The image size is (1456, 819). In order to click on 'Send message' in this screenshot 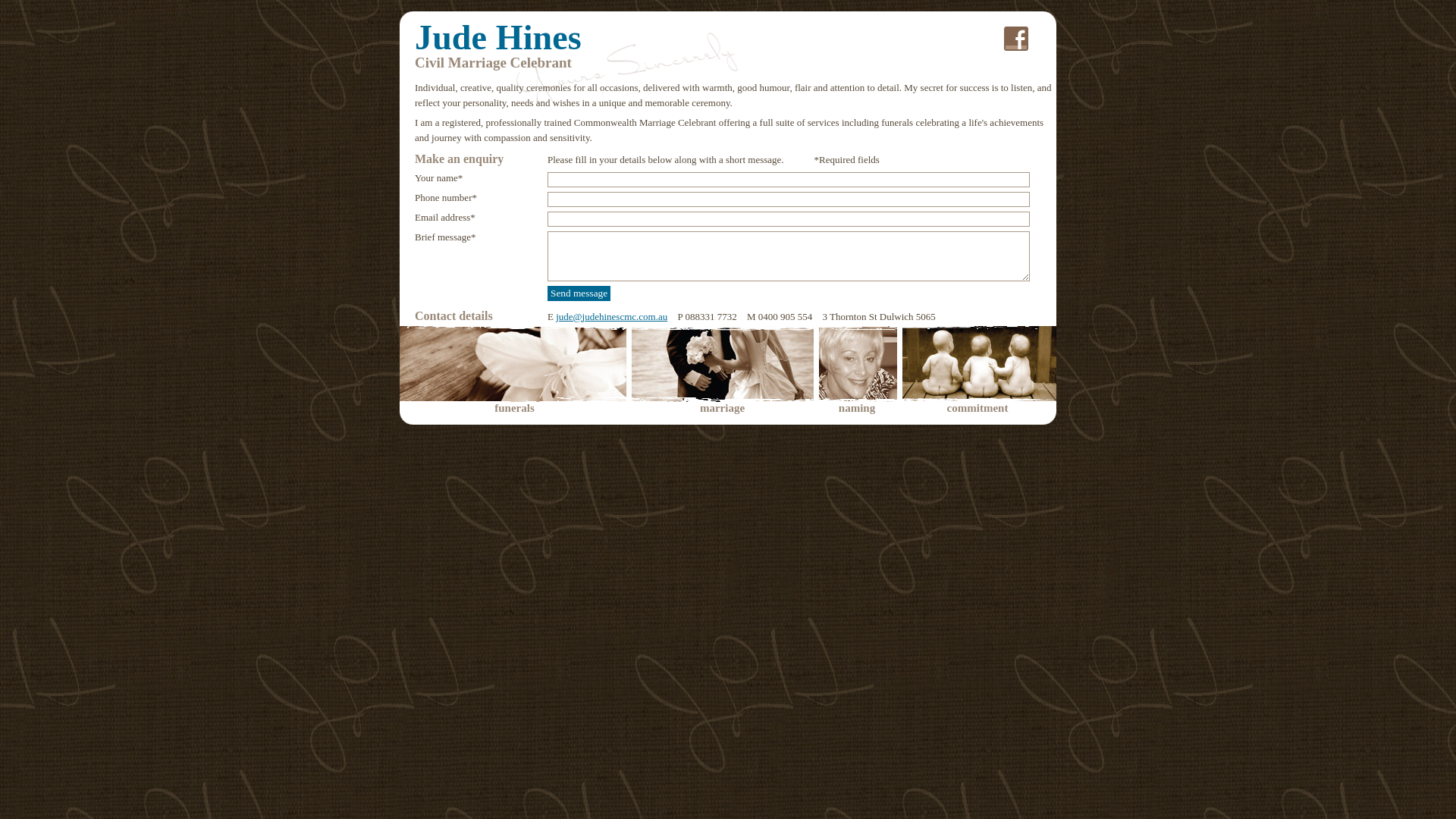, I will do `click(578, 292)`.